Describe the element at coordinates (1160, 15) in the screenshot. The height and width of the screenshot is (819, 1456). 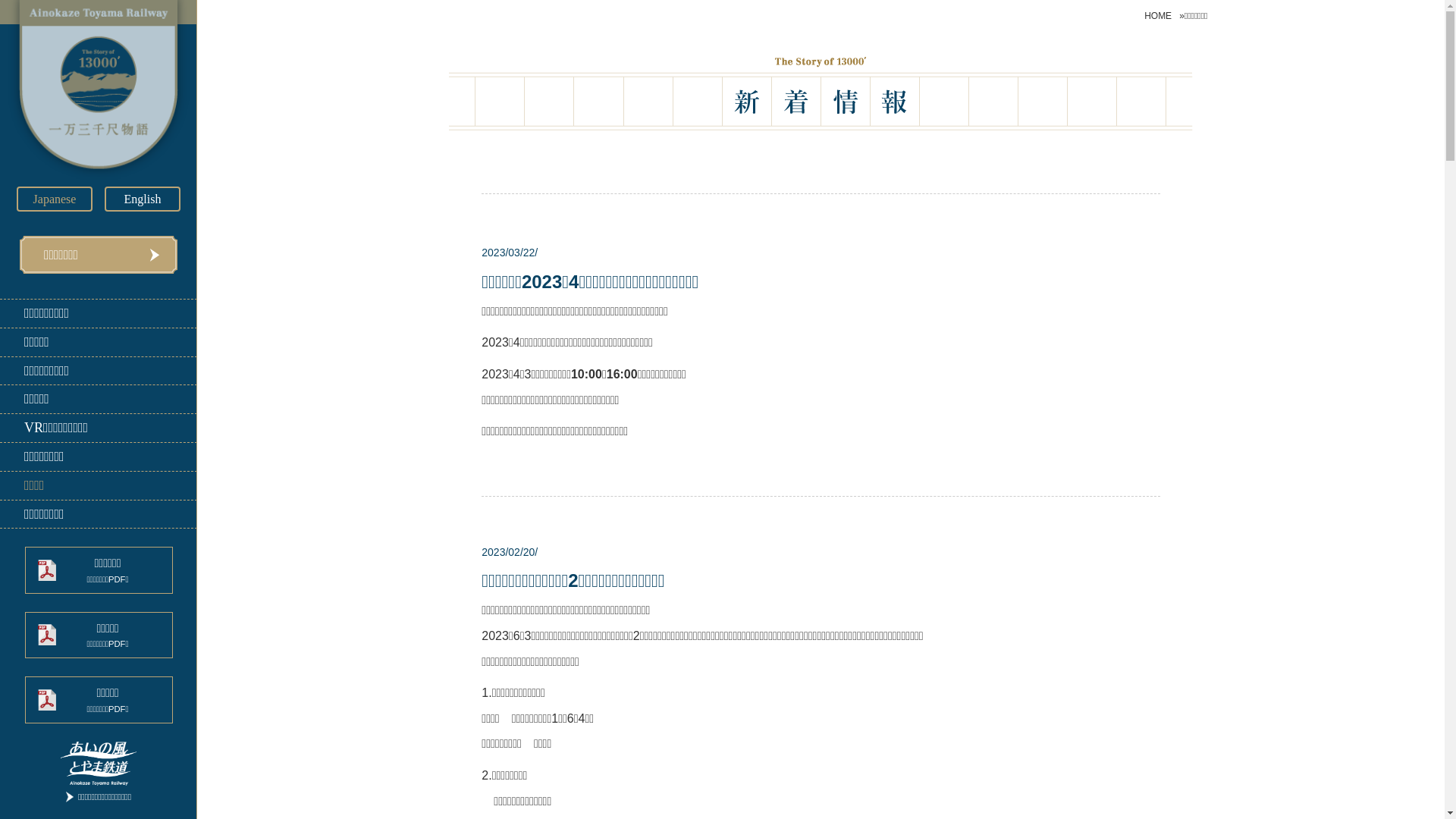
I see `'HOME'` at that location.